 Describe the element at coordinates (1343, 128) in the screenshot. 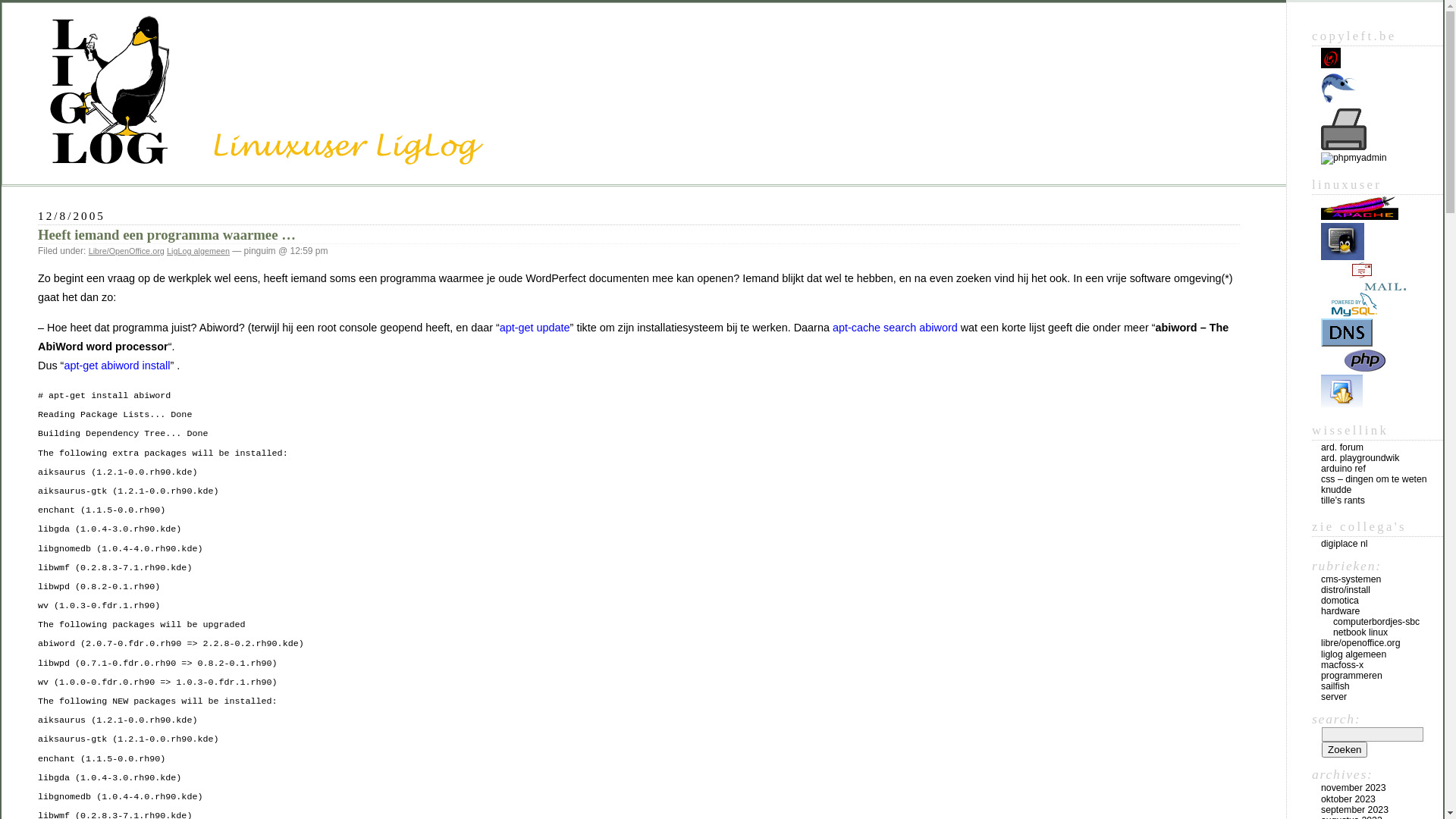

I see `'CUPS printerbeheer op mijn localhost'` at that location.